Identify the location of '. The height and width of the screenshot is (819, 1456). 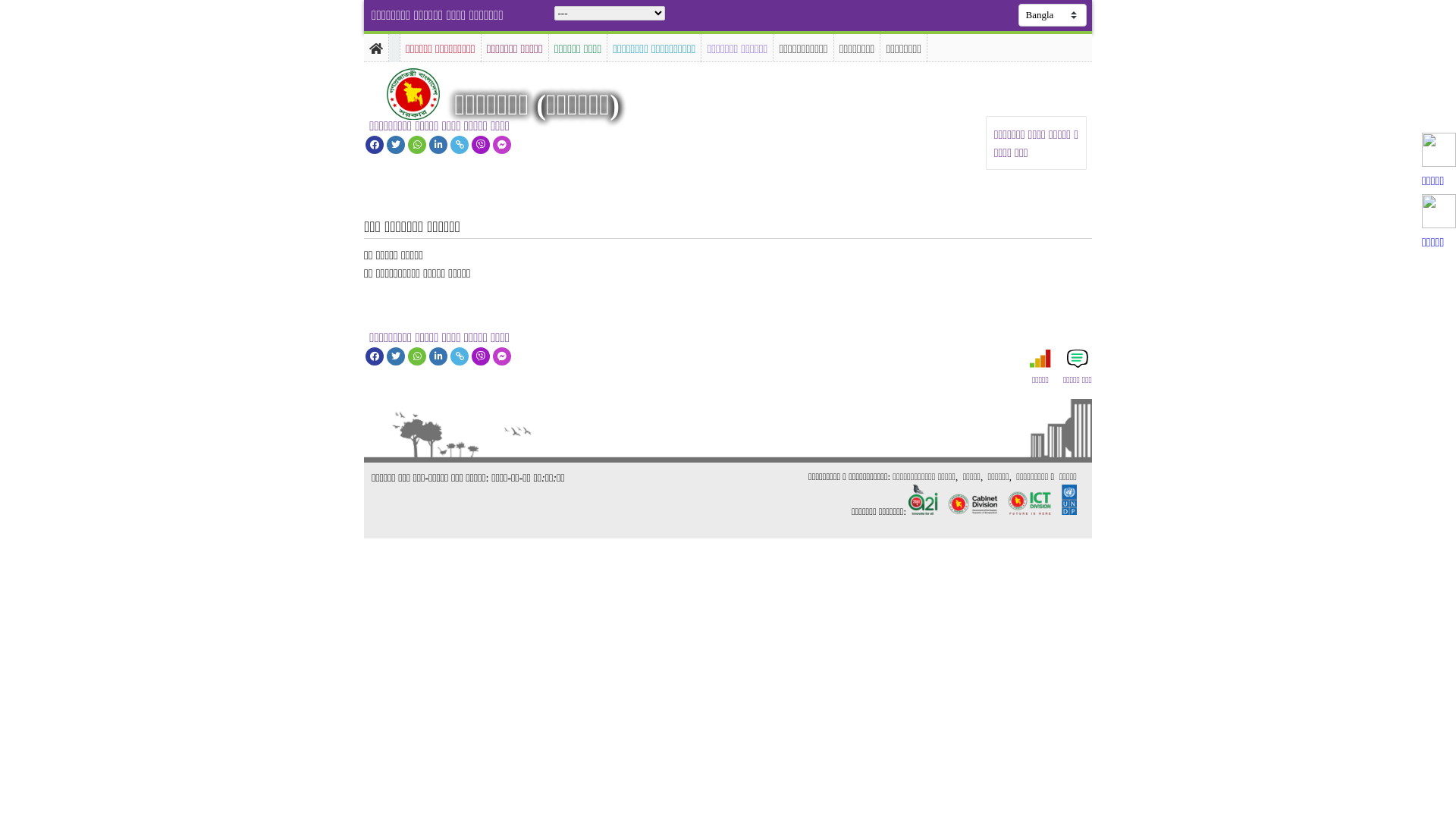
(425, 93).